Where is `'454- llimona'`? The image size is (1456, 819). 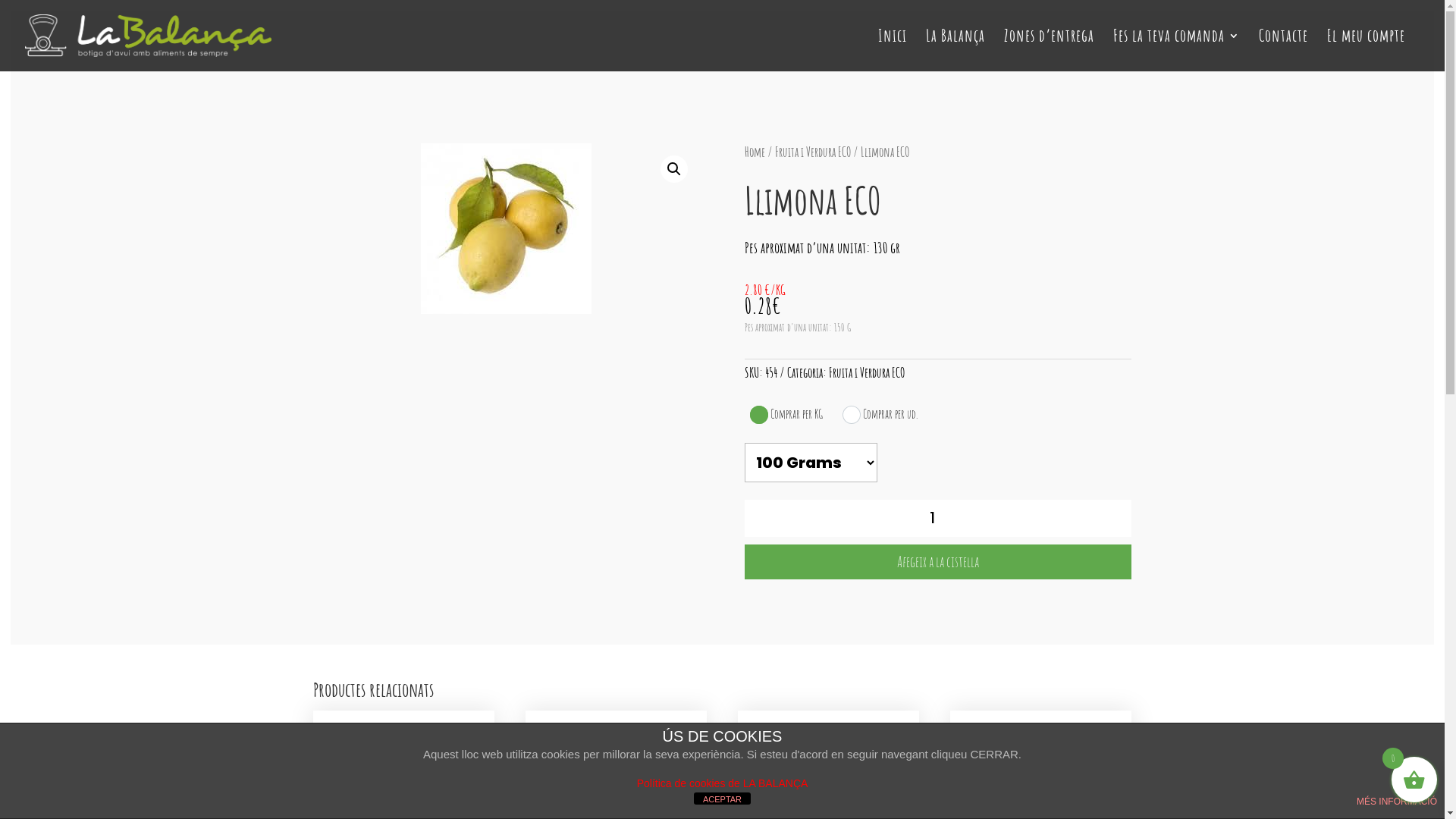
'454- llimona' is located at coordinates (506, 228).